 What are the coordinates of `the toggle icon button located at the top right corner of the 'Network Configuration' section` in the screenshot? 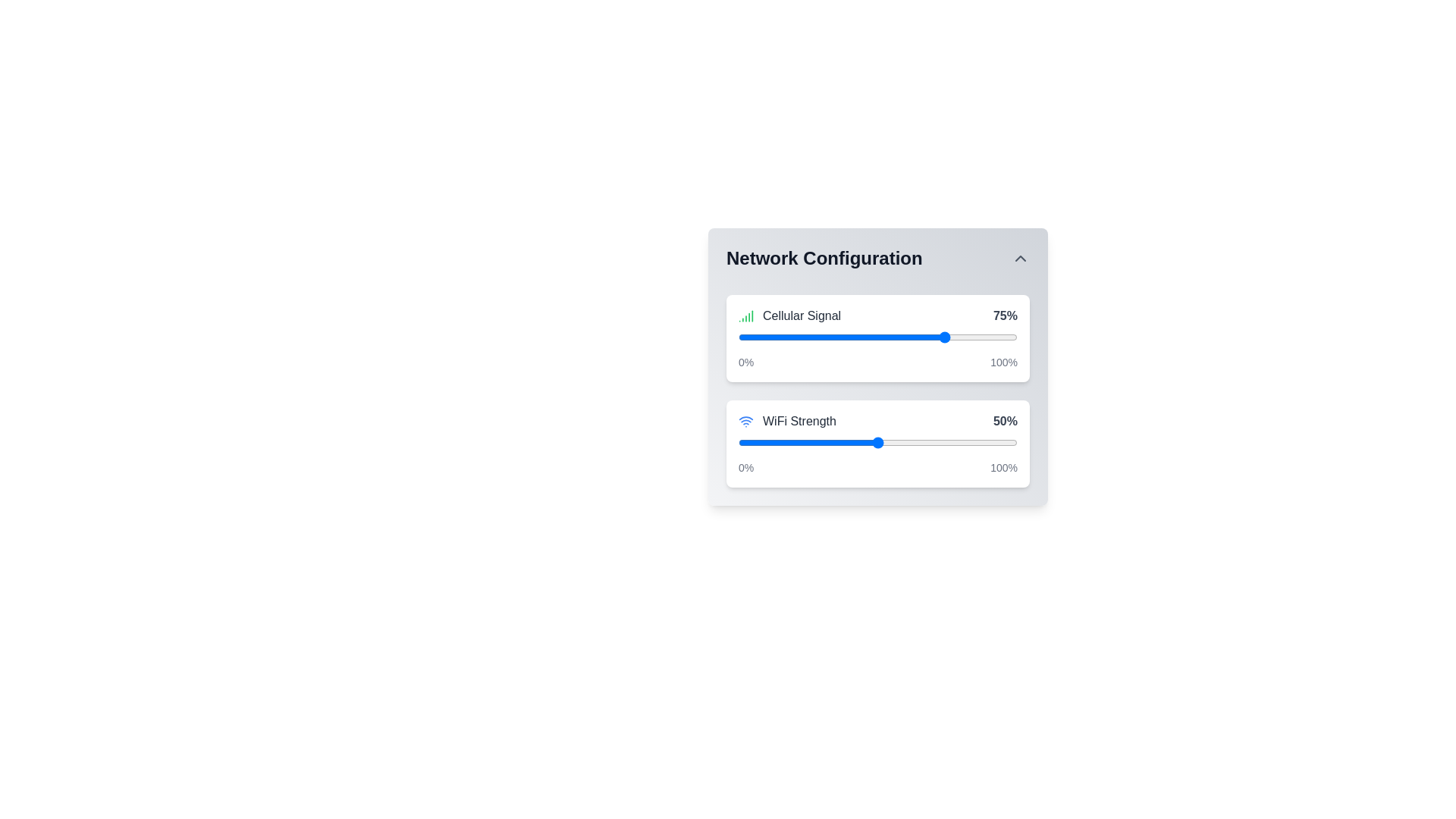 It's located at (1020, 257).